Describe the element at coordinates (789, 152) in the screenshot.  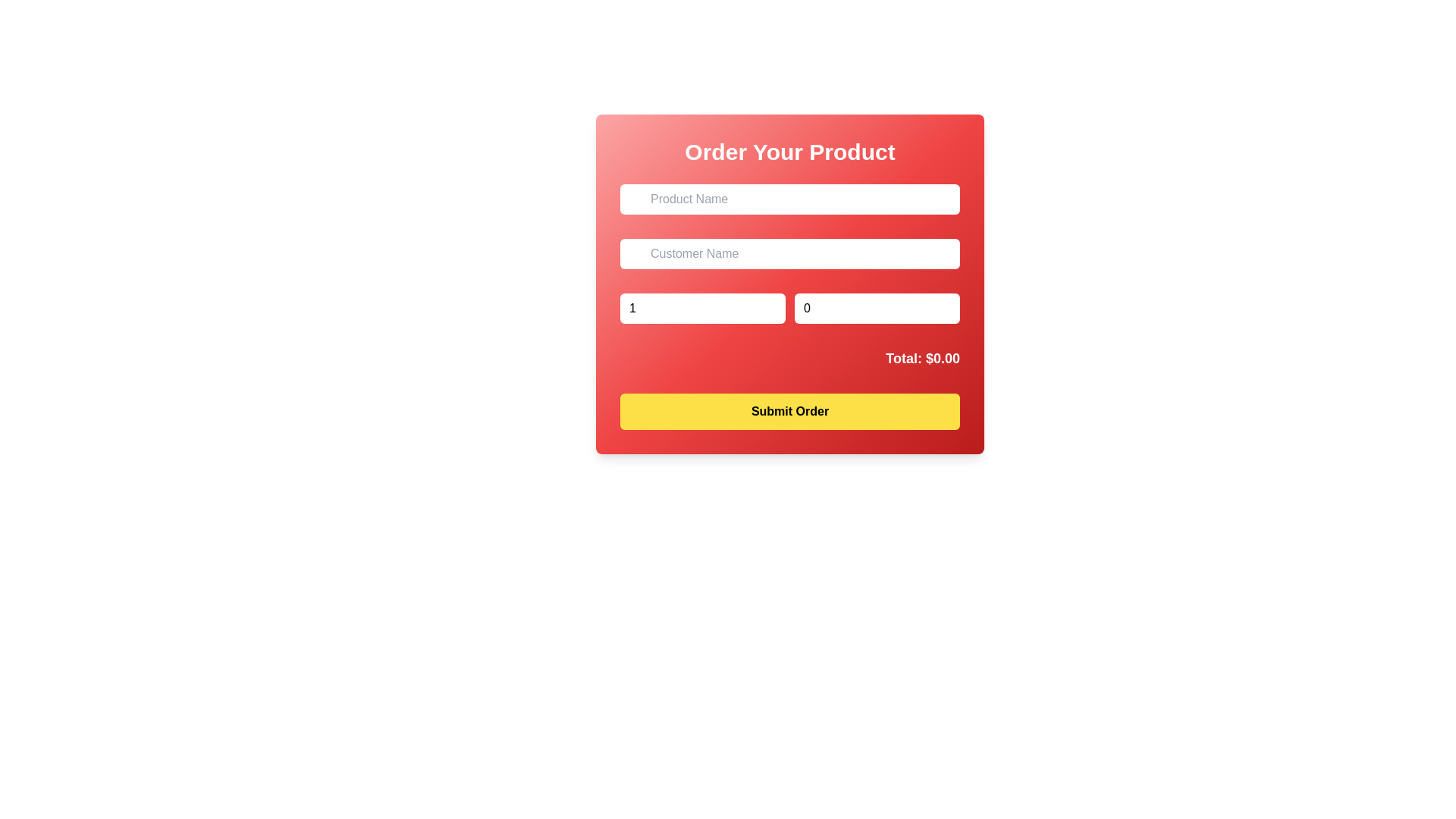
I see `the prominently styled text label displaying 'Order Your Product' which is centered within a red gradient background` at that location.